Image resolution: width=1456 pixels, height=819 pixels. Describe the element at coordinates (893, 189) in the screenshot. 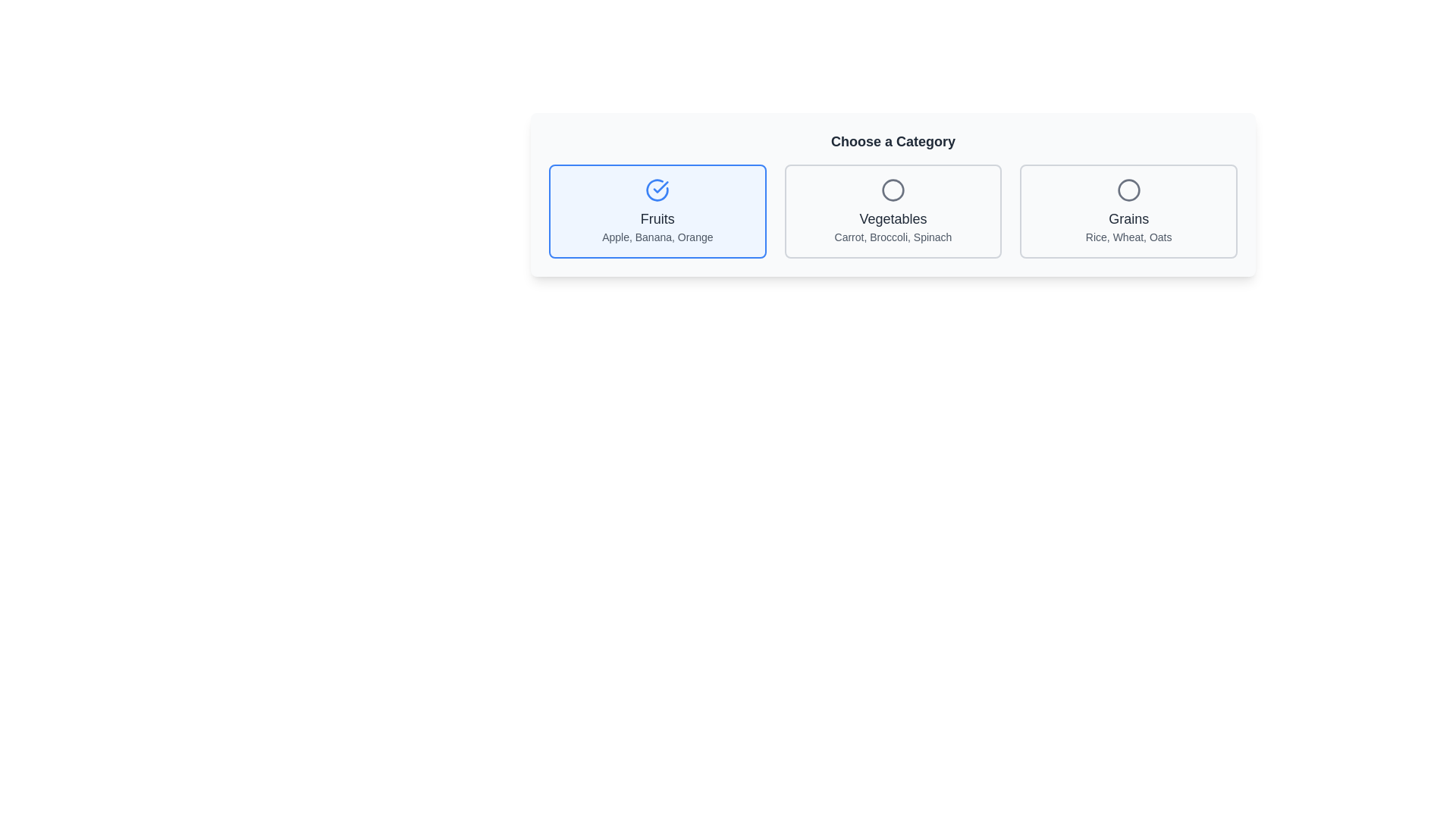

I see `the Circle icon, which serves as a visual indicator for the unselected category inside the 'Vegetables' button in the category selection group` at that location.